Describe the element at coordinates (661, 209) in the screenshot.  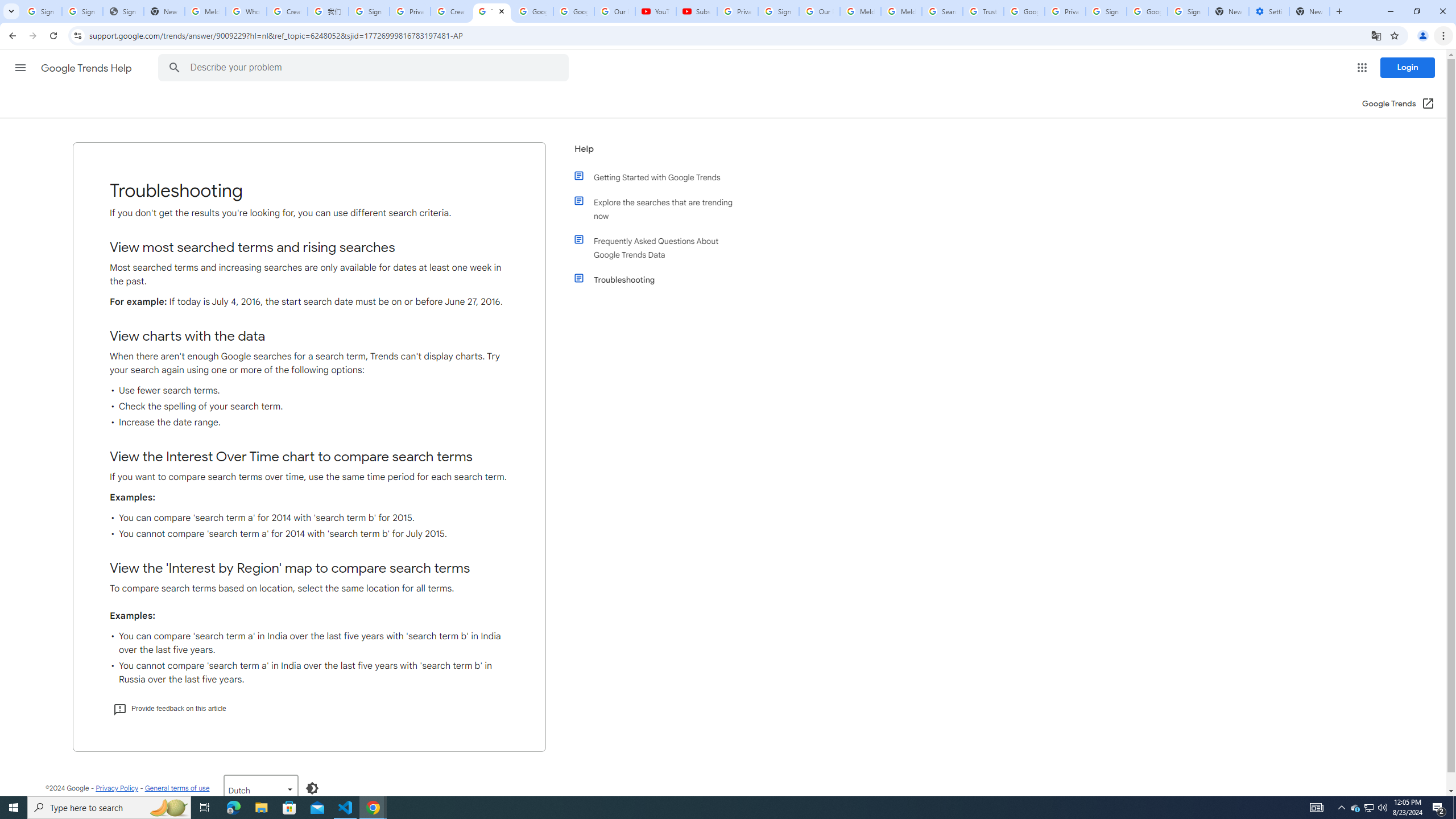
I see `'Explore the searches that are trending now'` at that location.